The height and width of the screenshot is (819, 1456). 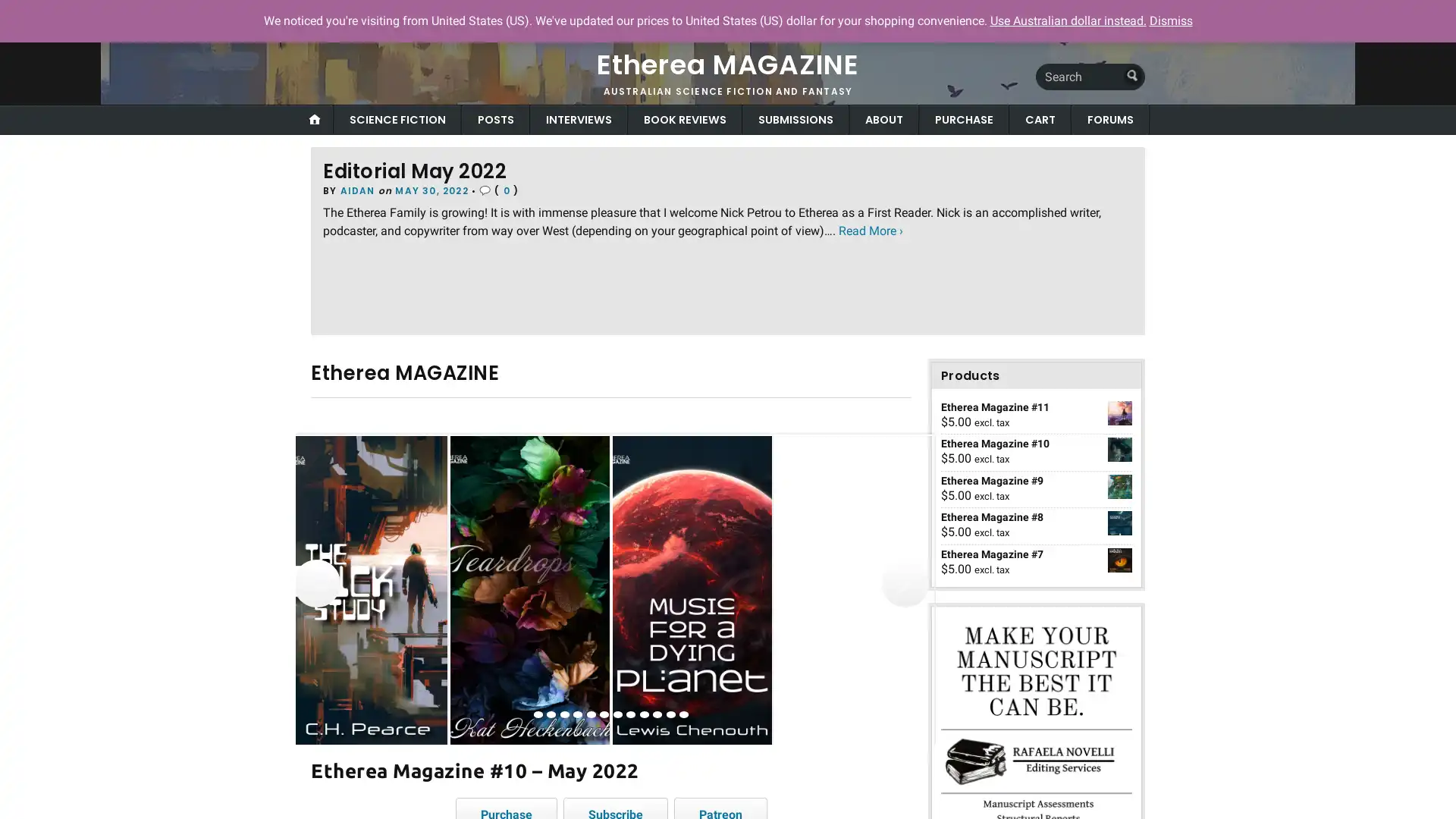 I want to click on view image 9 of 12 in carousel, so click(x=644, y=714).